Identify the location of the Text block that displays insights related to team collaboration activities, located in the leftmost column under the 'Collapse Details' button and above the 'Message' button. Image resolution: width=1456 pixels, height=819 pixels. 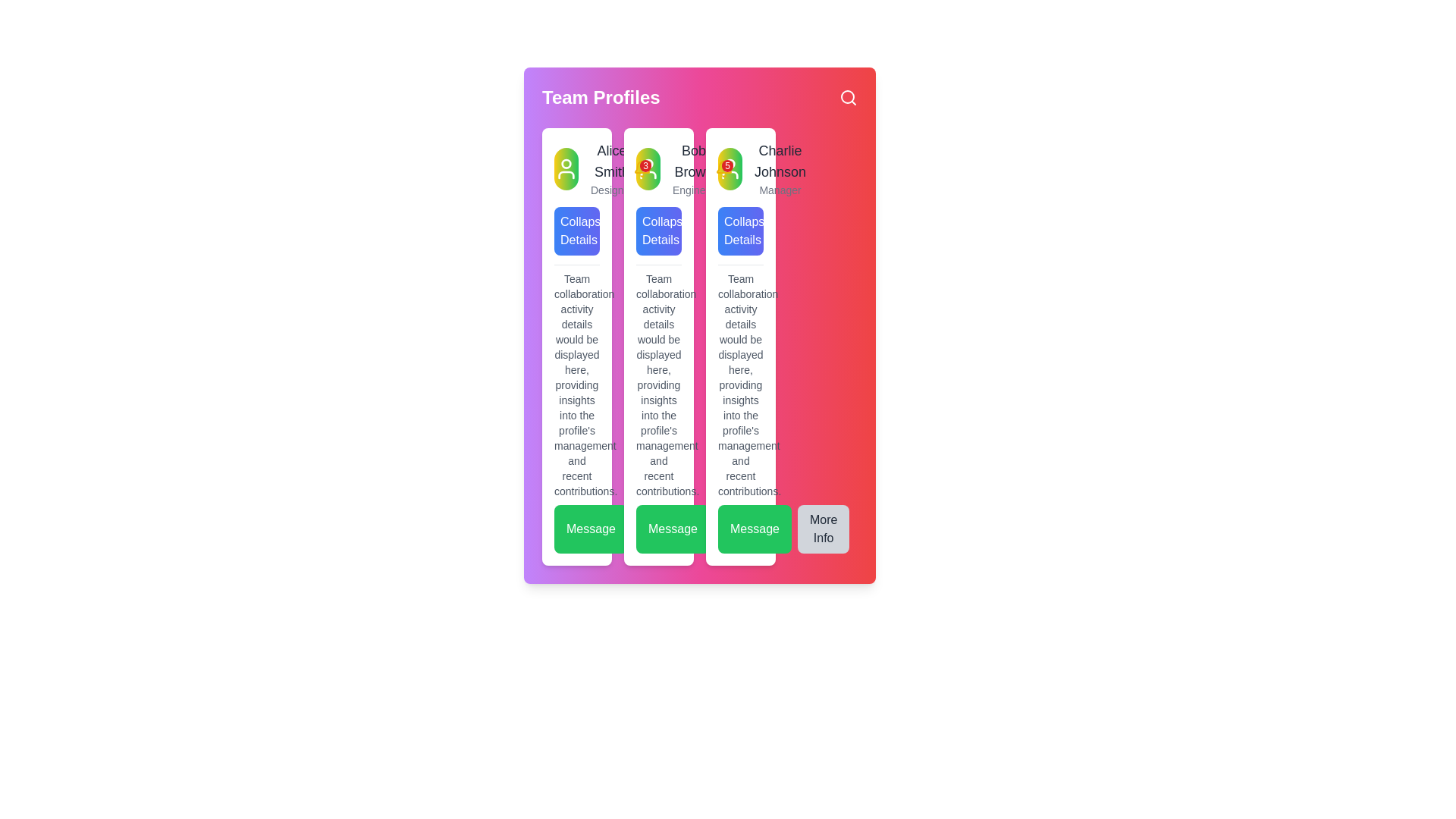
(576, 384).